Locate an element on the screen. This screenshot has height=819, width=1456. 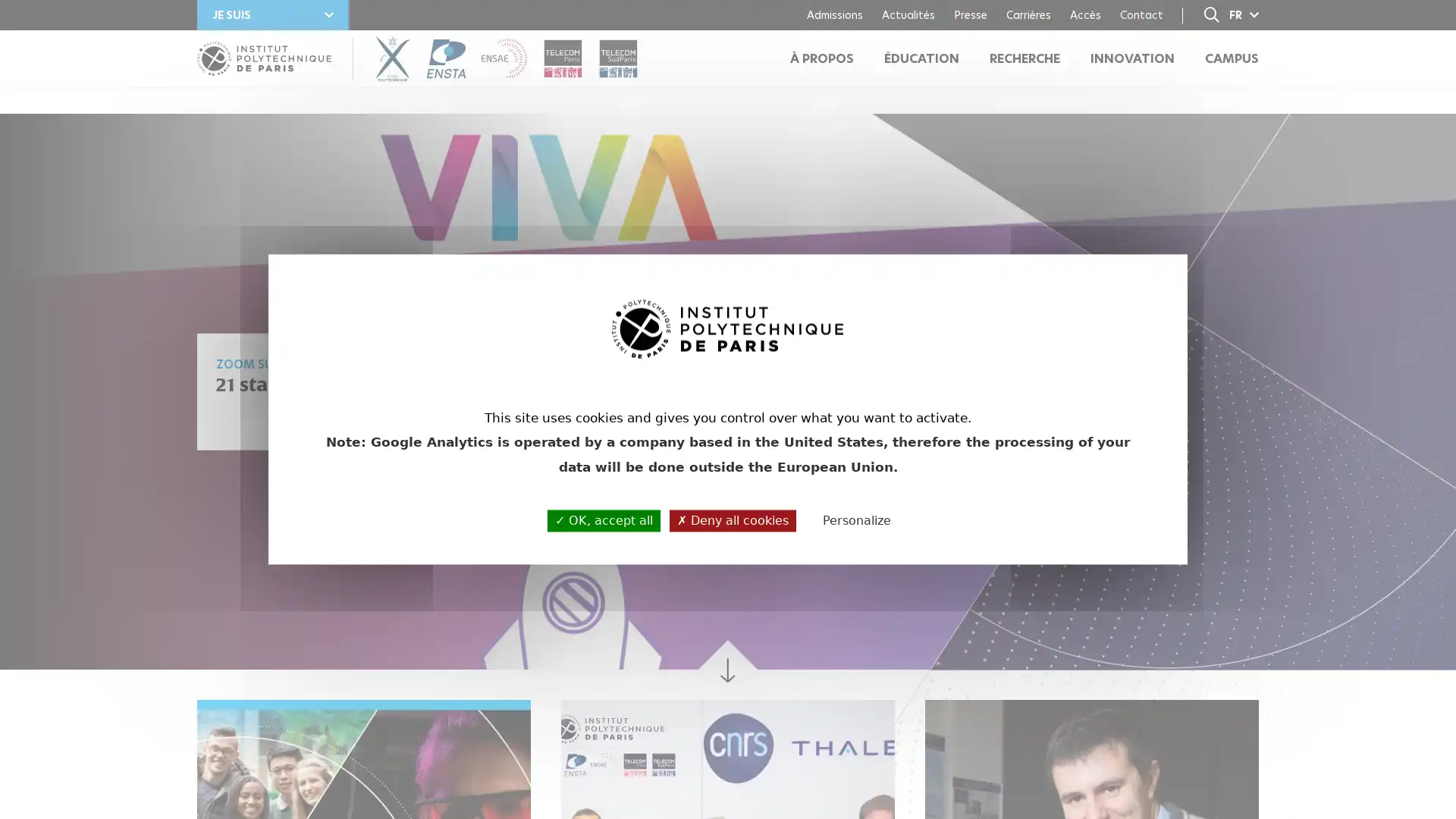
Deny all cookies is located at coordinates (733, 519).